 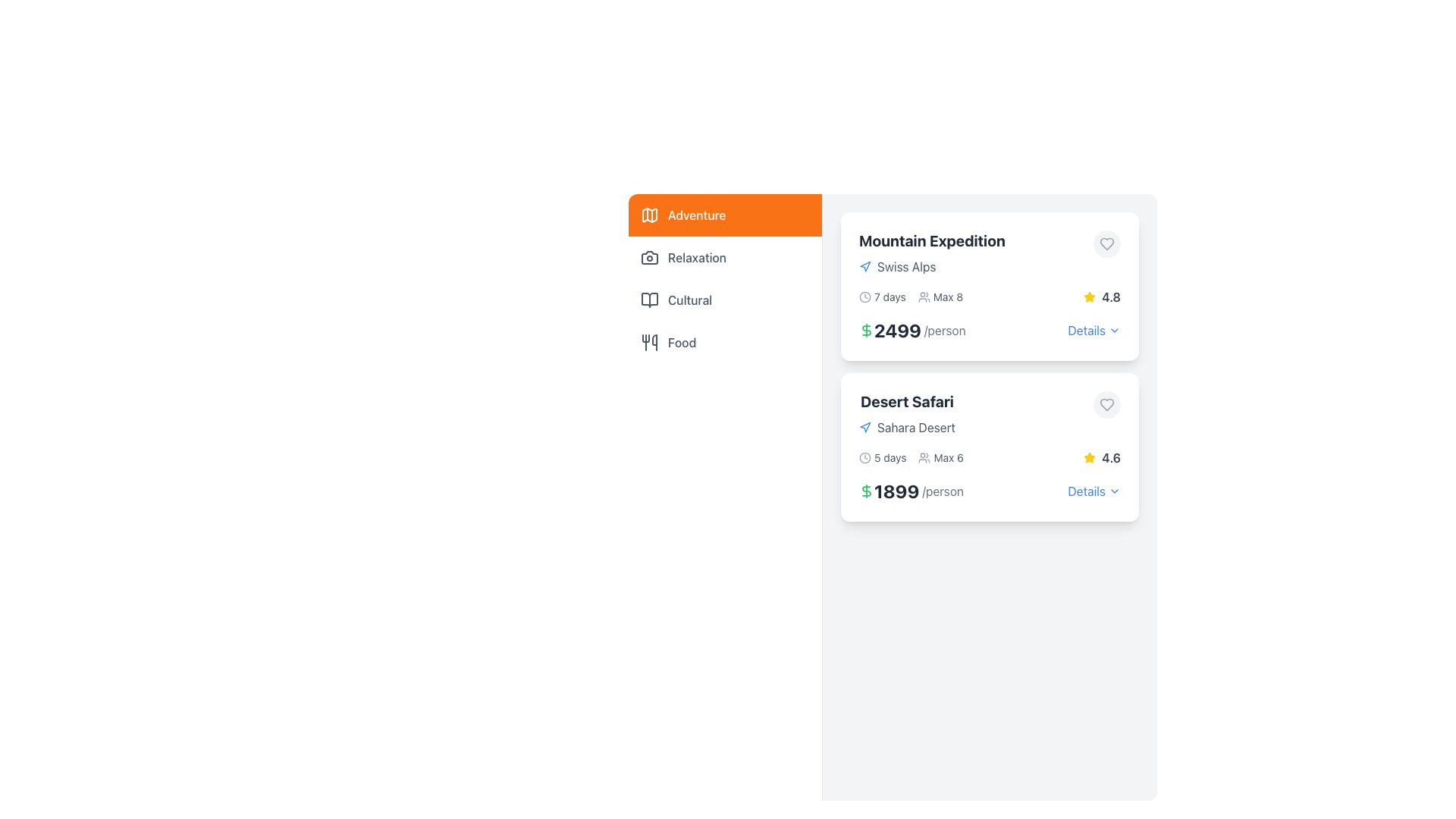 What do you see at coordinates (1102, 297) in the screenshot?
I see `the numeric text area of the Rating display located in the upper right corner of the top card in the right panel, adjacent to the 'Details' link` at bounding box center [1102, 297].